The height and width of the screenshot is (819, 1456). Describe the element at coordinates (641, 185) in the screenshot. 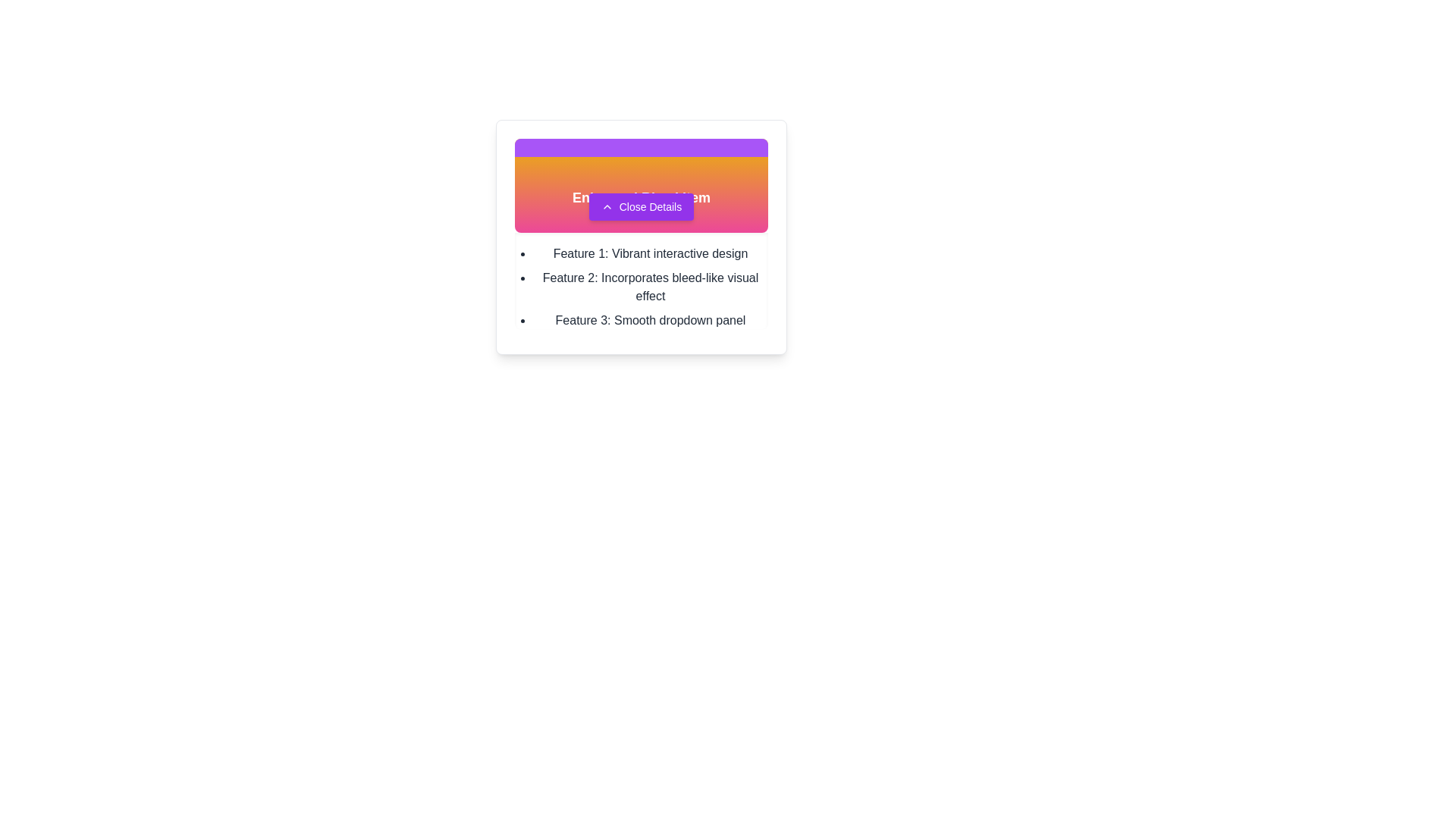

I see `the purple button labeled 'Close Details' within the Compound component titled 'Enhanced Bleed Item' to initiate an alternative interaction` at that location.